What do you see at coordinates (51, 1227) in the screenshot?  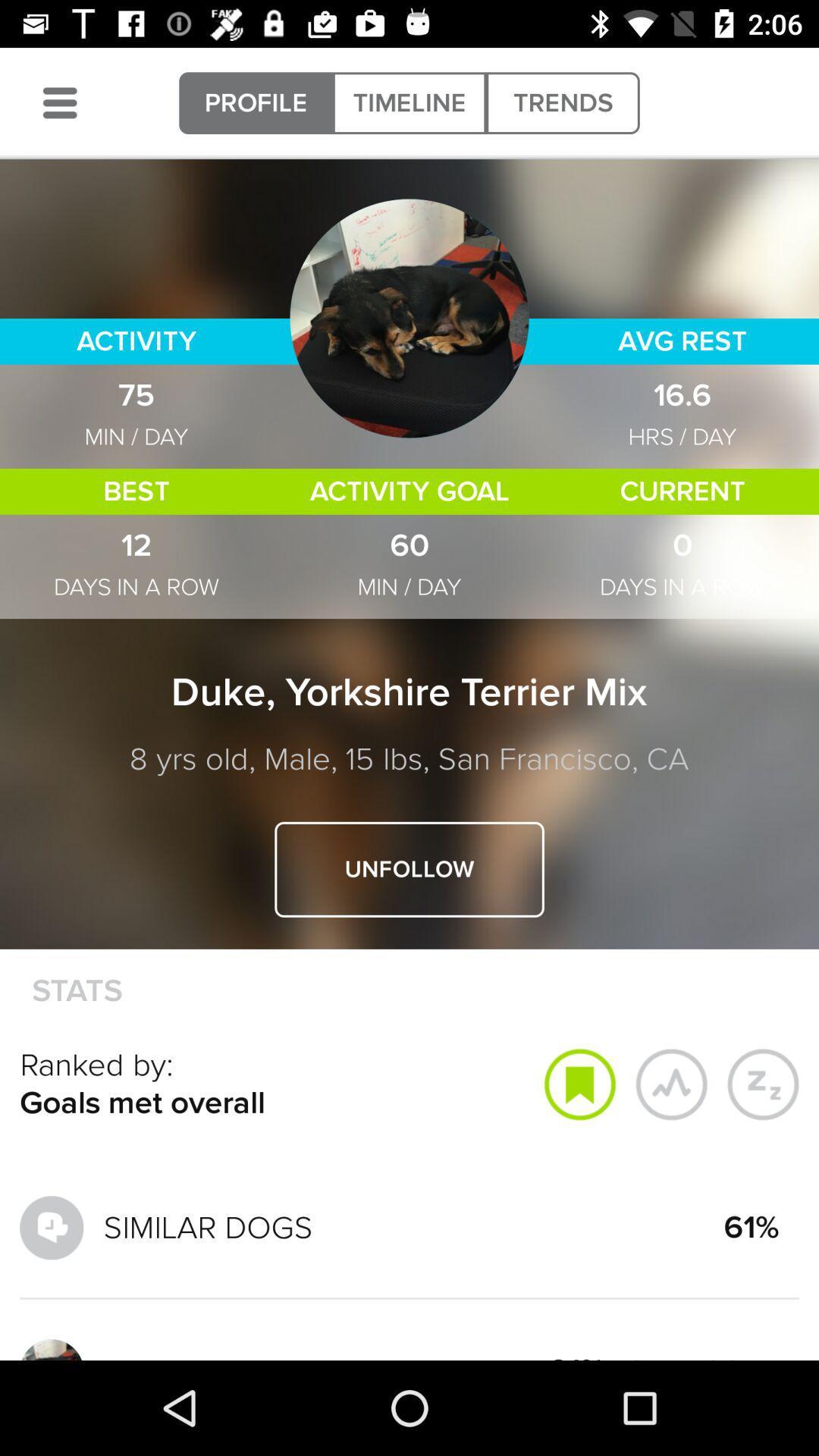 I see `the text icon which is left to the similar dogs` at bounding box center [51, 1227].